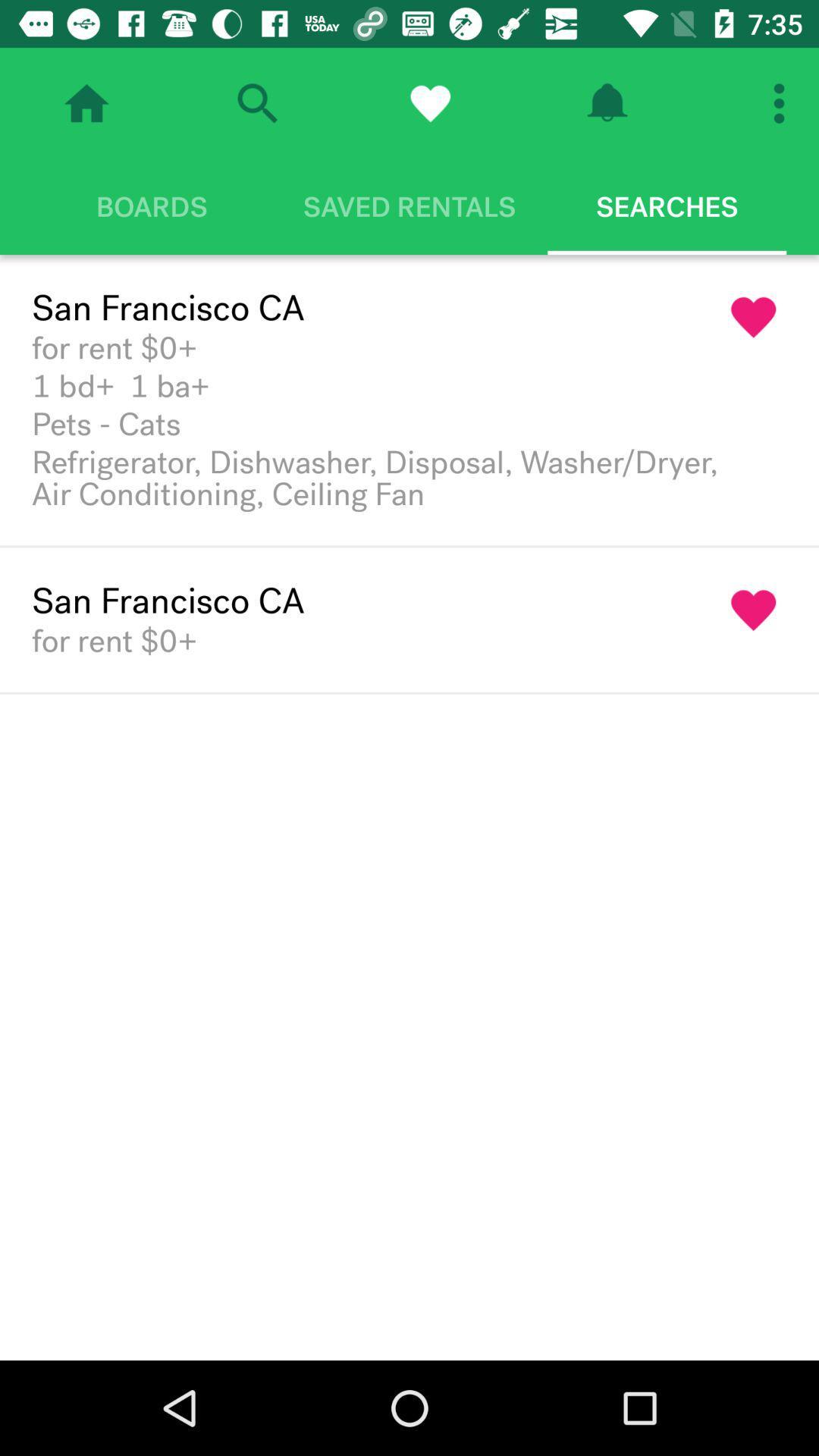  Describe the element at coordinates (256, 102) in the screenshot. I see `open search entry` at that location.